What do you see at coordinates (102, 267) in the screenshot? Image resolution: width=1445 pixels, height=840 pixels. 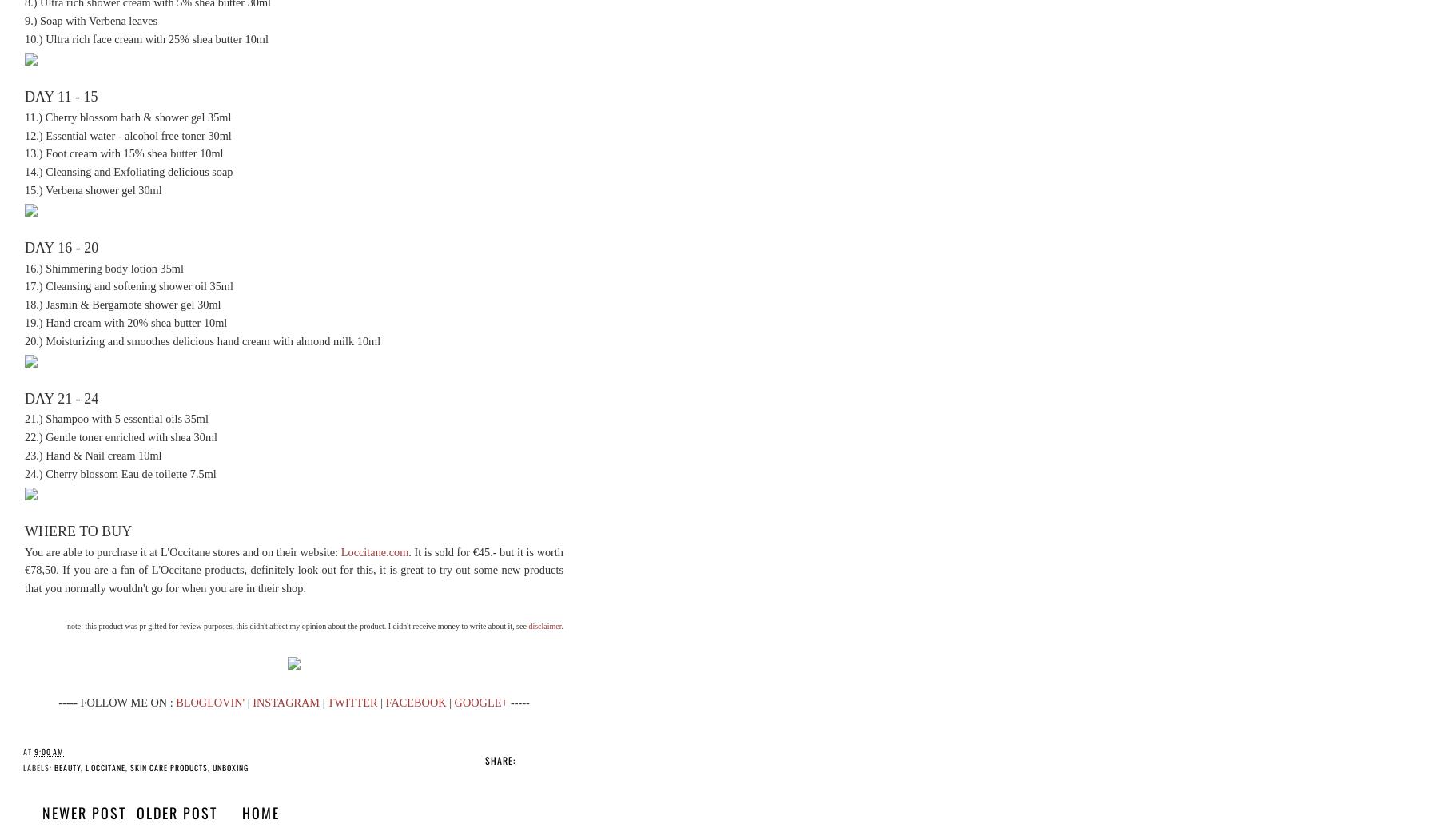 I see `'16.) Shimmering body lotion 35ml'` at bounding box center [102, 267].